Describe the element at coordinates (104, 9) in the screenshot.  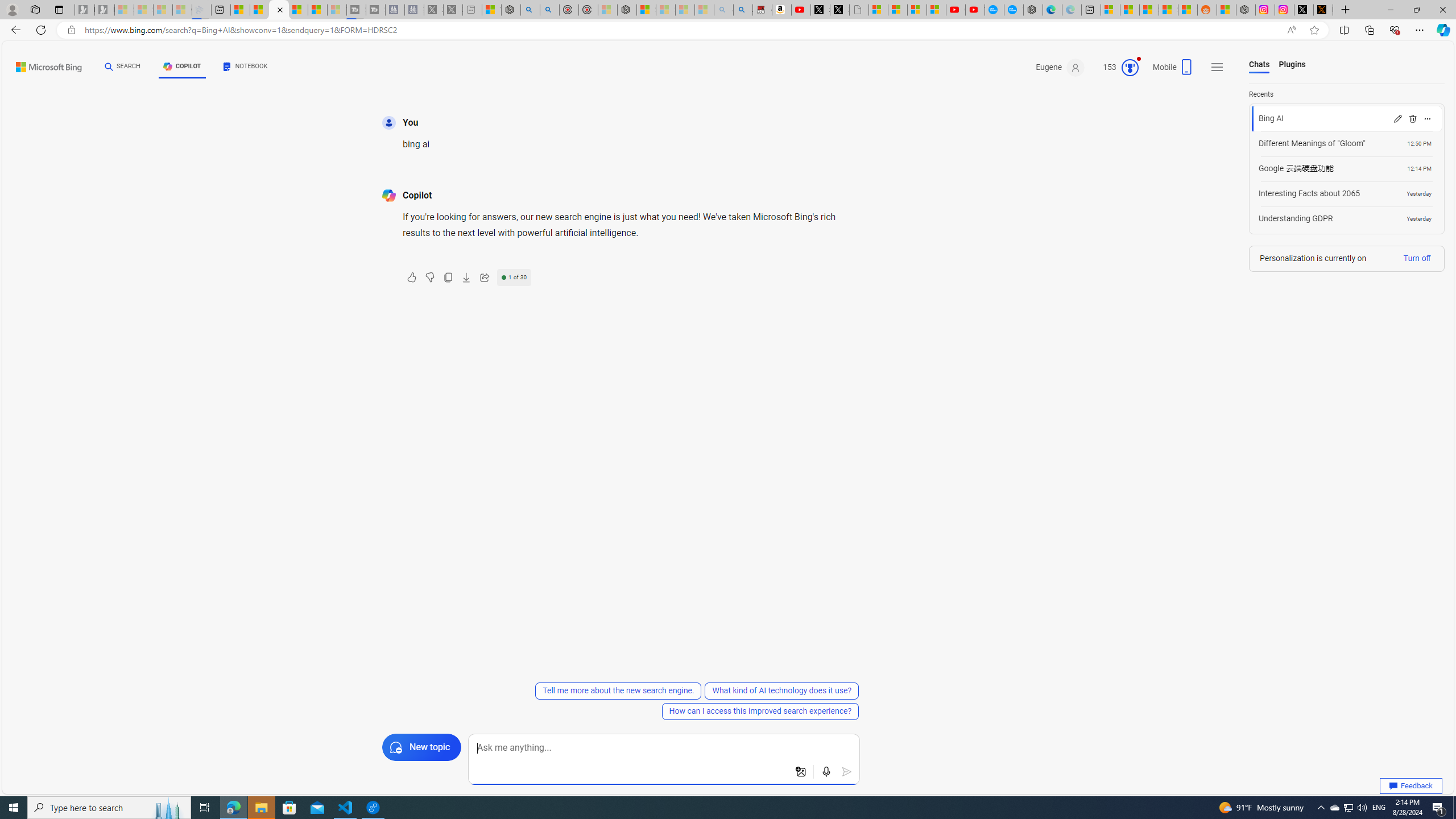
I see `'Newsletter Sign Up - Sleeping'` at that location.